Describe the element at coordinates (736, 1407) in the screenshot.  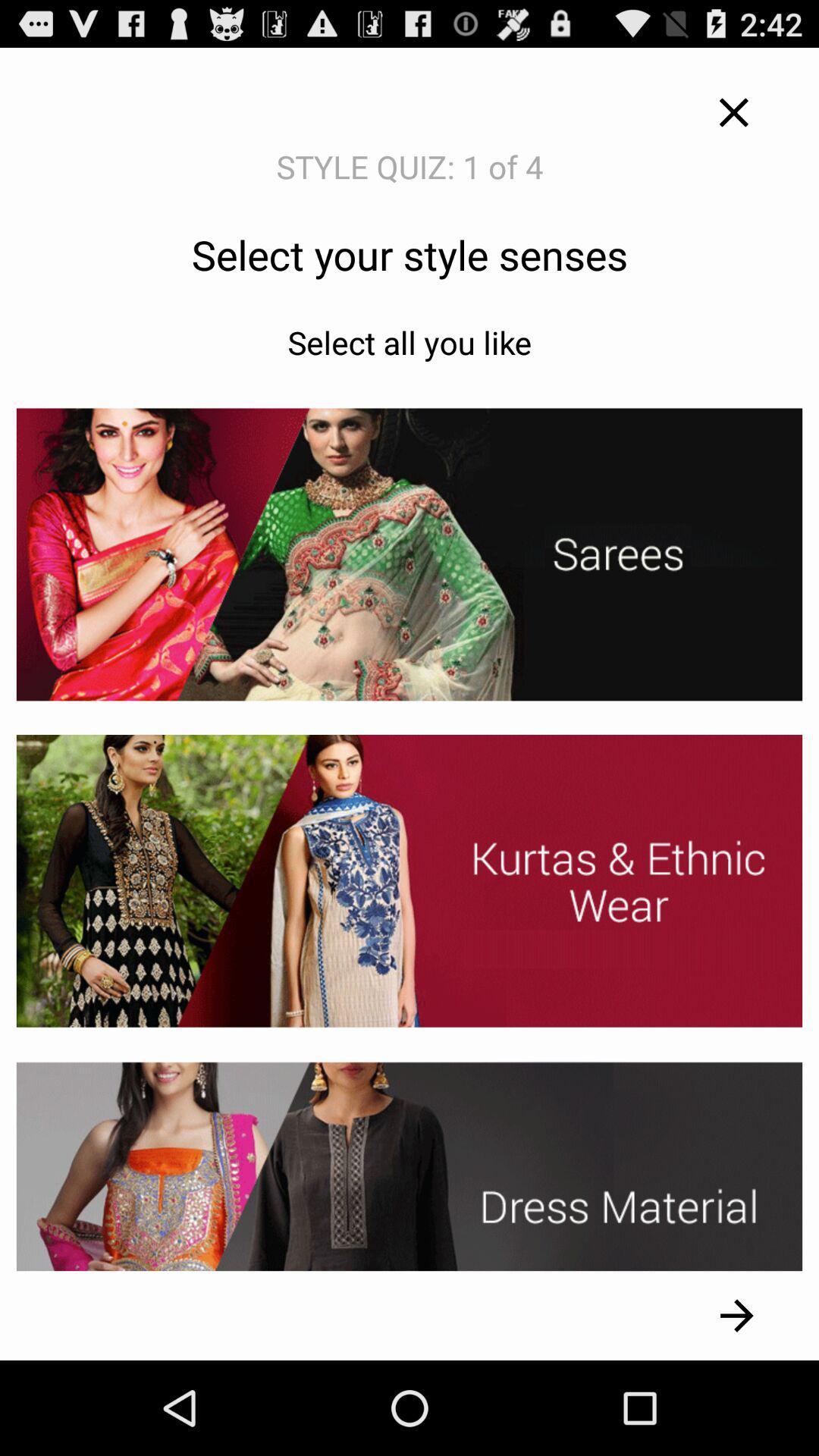
I see `the arrow_forward icon` at that location.